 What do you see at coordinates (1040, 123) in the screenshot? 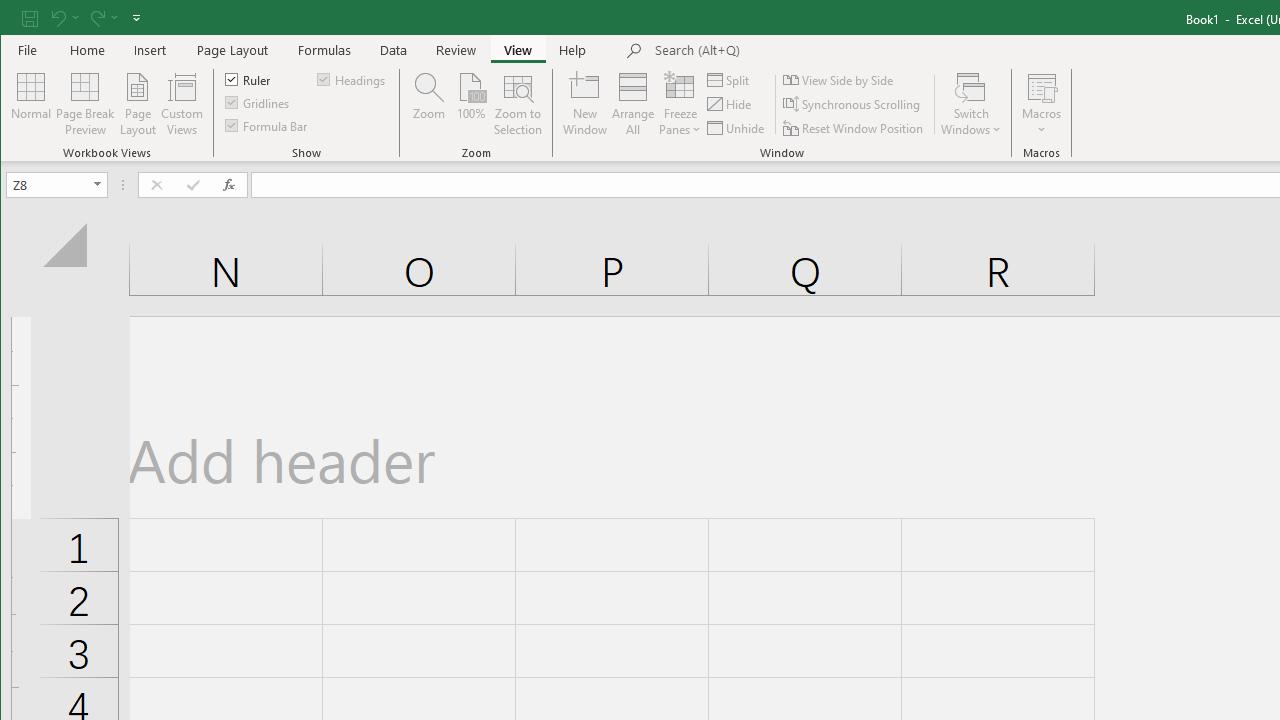
I see `'More Options'` at bounding box center [1040, 123].